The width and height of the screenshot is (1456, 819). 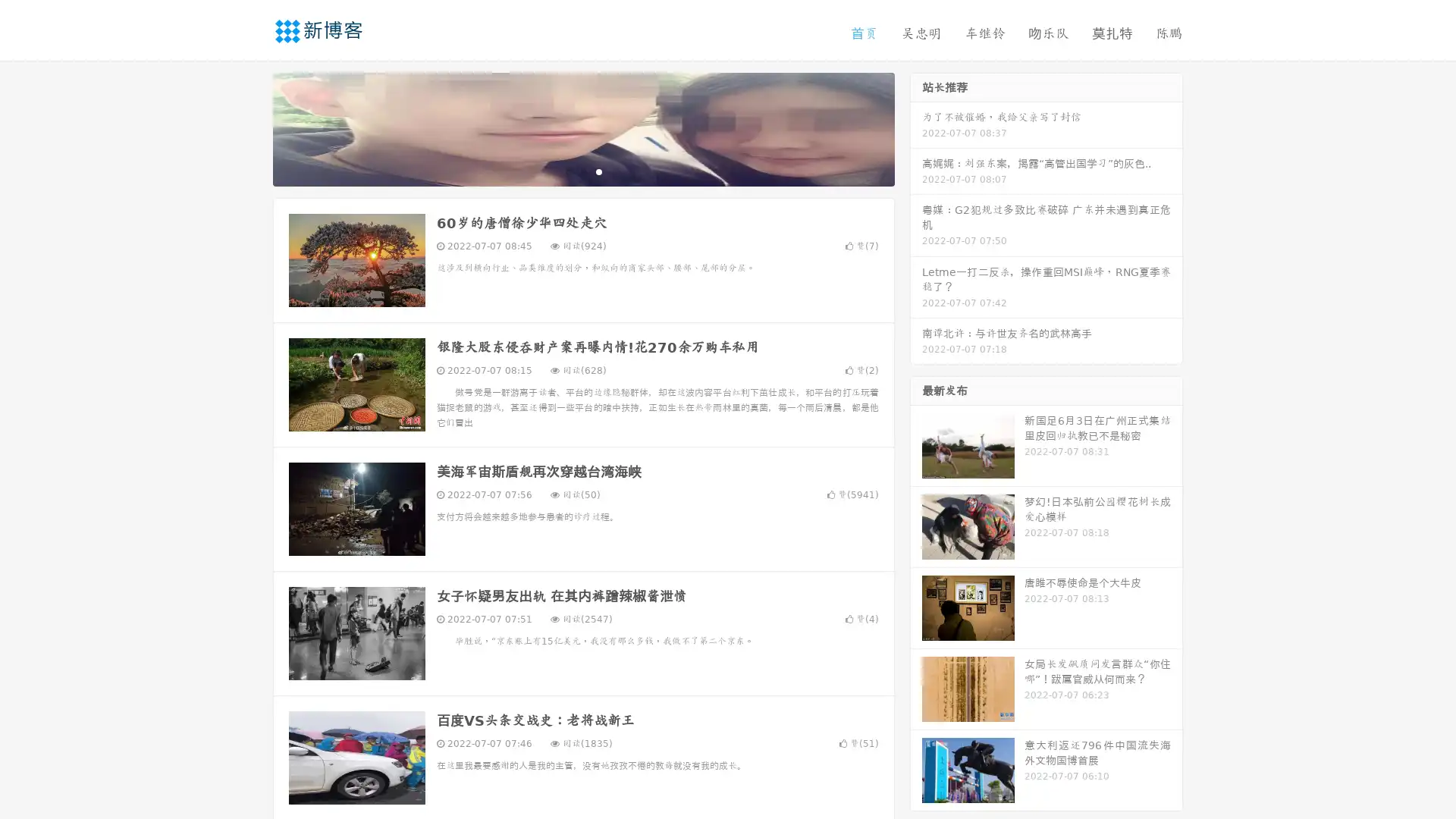 What do you see at coordinates (582, 171) in the screenshot?
I see `Go to slide 2` at bounding box center [582, 171].